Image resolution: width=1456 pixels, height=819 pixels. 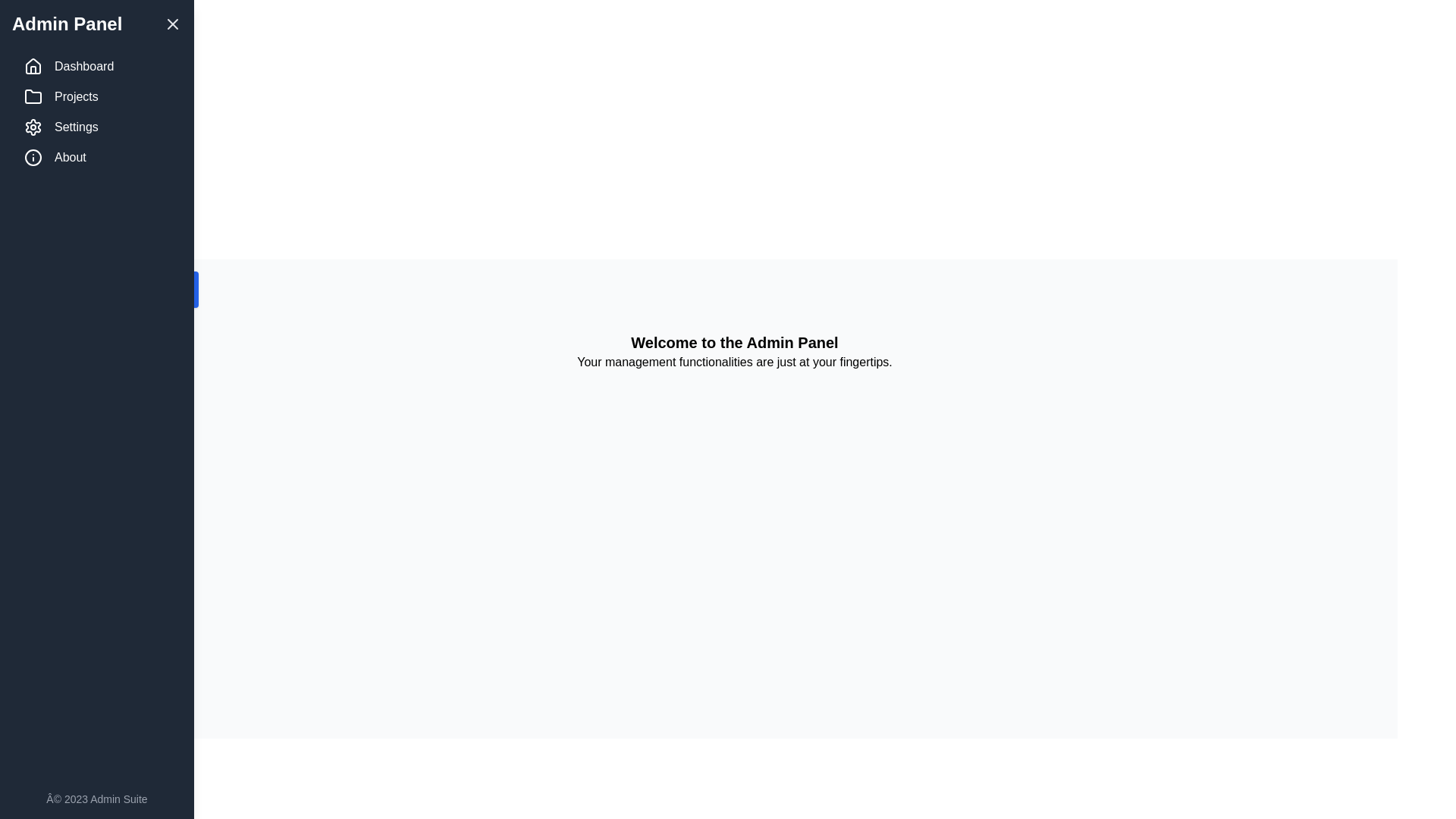 What do you see at coordinates (75, 96) in the screenshot?
I see `label text for the 'Projects' menu item located in the navigation panel, which is the second item from the top` at bounding box center [75, 96].